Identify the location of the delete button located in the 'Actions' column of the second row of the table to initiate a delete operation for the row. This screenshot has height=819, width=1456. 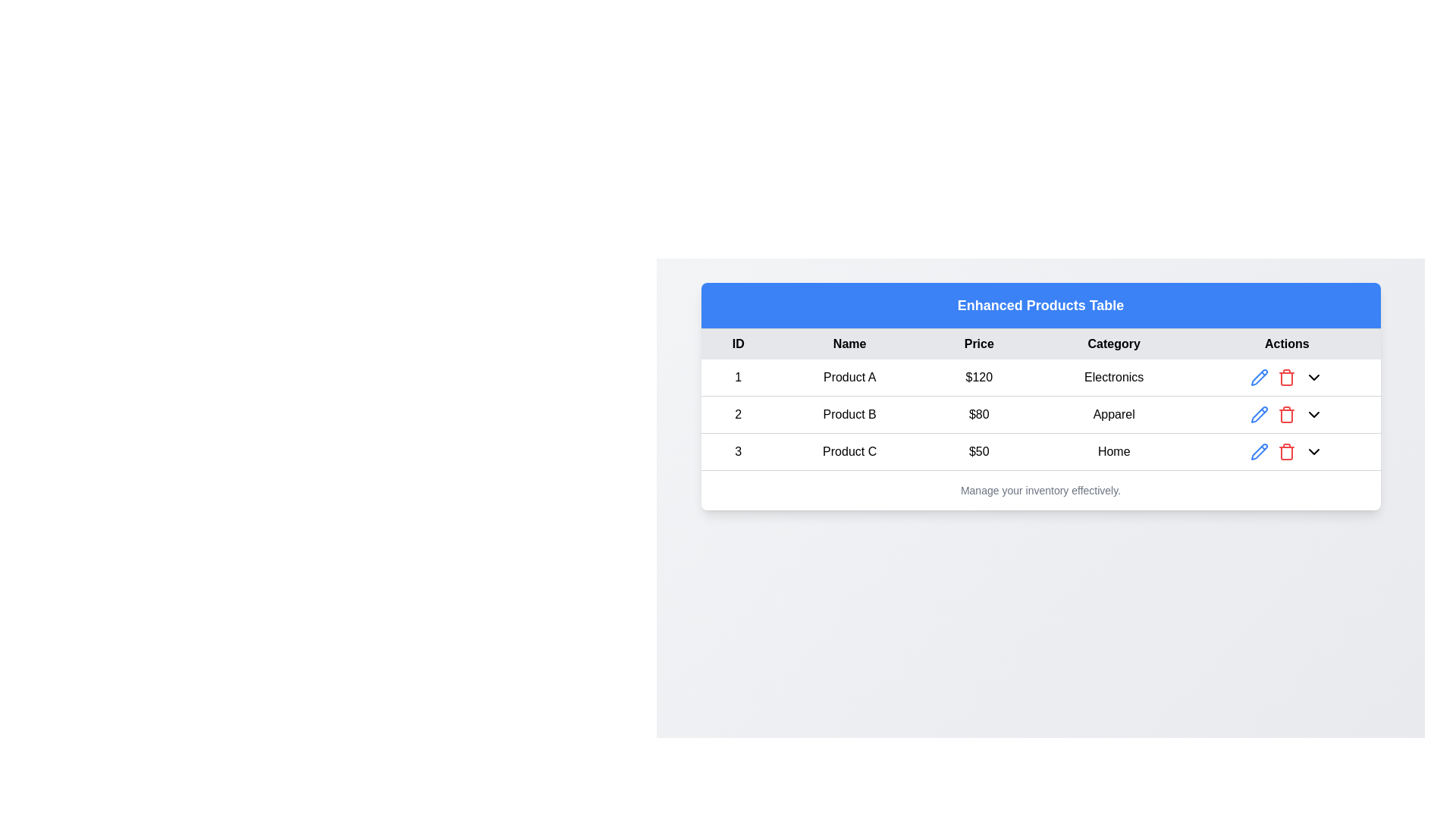
(1286, 415).